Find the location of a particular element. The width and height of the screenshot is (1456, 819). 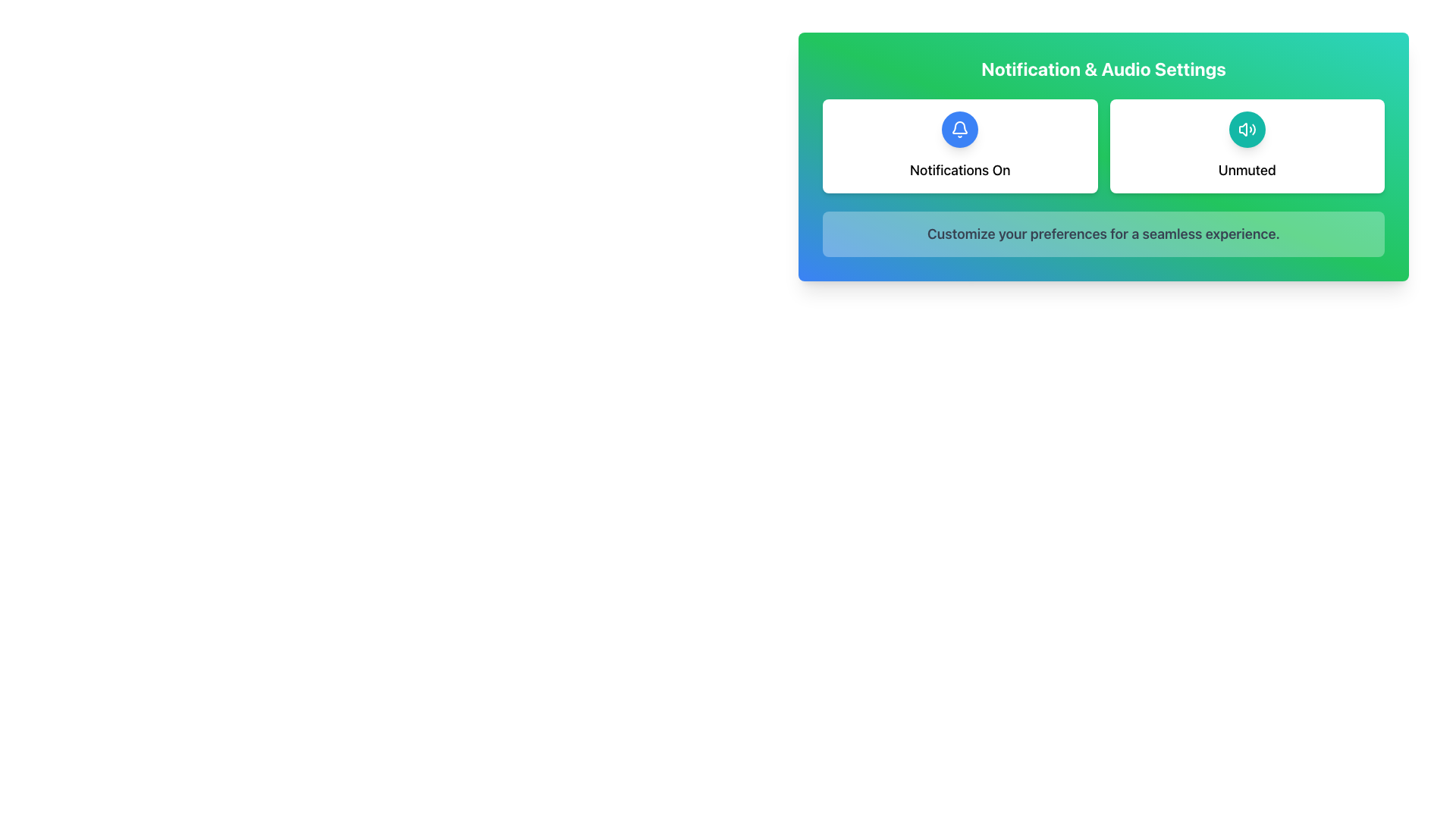

the circular blue button with a white bell icon in the 'Notifications On' section is located at coordinates (959, 128).